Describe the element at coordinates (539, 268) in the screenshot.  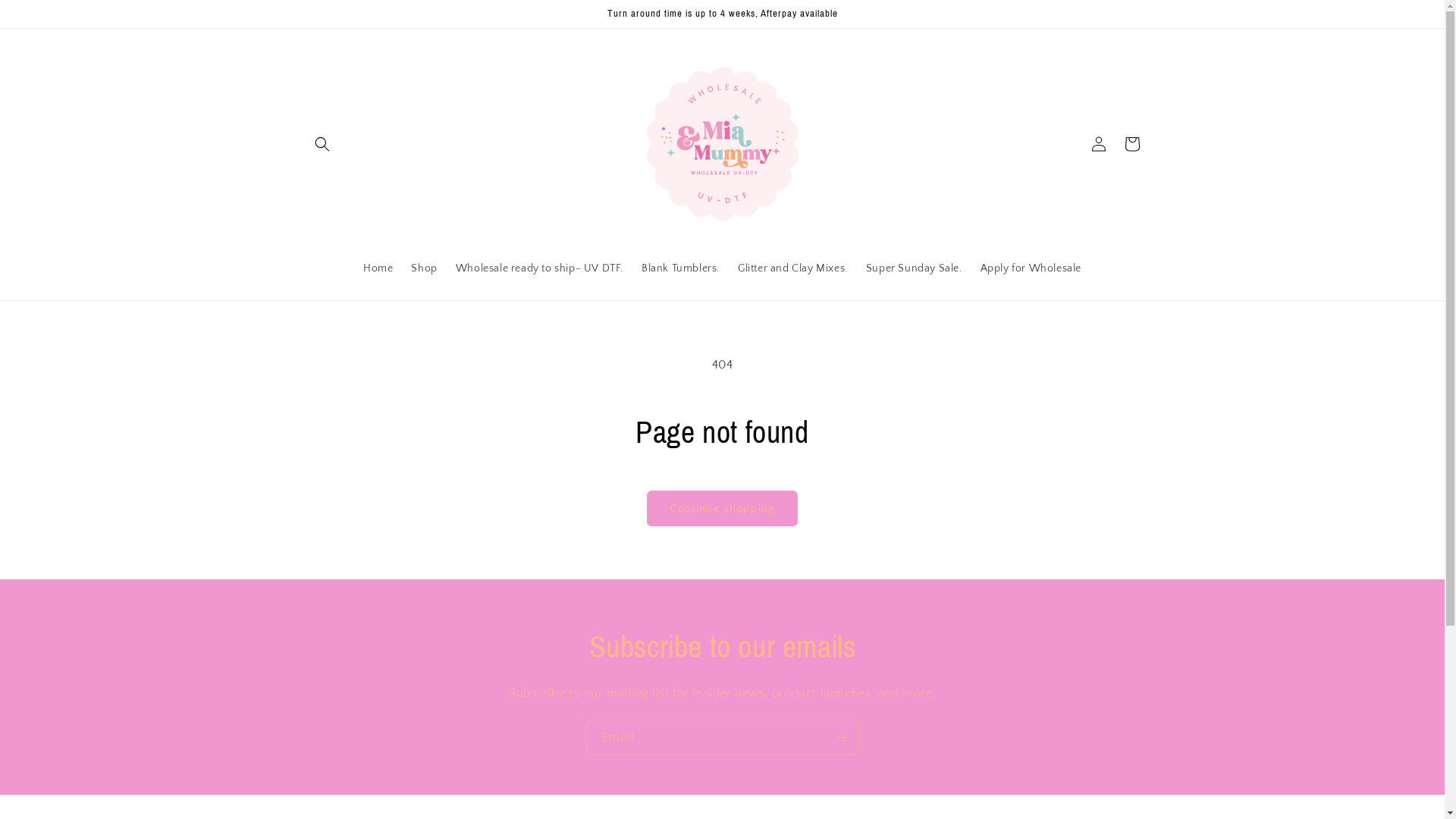
I see `'Wholesale ready to ship- UV DTF.'` at that location.